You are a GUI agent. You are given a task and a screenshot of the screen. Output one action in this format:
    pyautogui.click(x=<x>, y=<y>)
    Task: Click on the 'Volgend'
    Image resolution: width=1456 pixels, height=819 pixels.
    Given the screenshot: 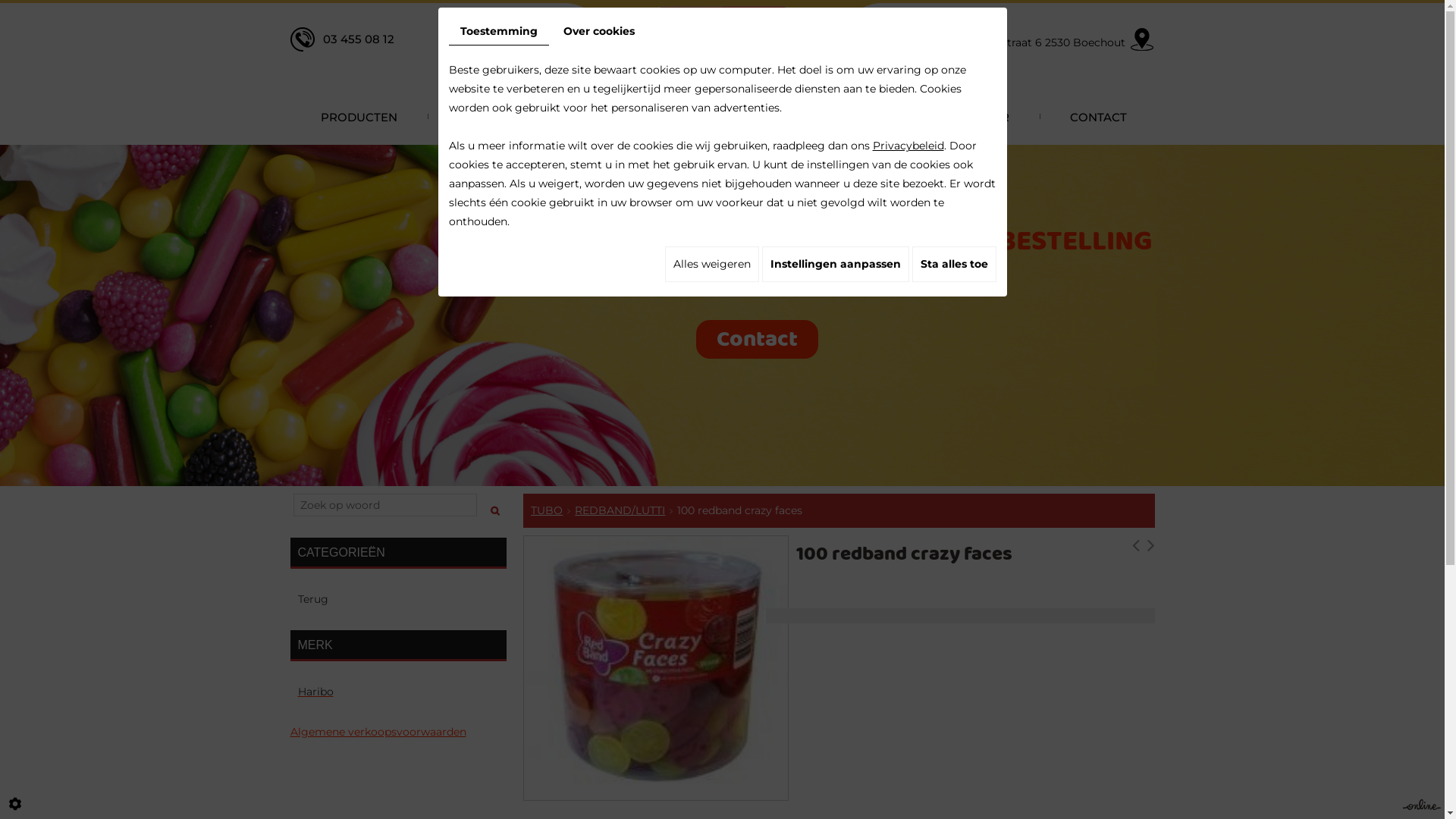 What is the action you would take?
    pyautogui.click(x=1150, y=548)
    